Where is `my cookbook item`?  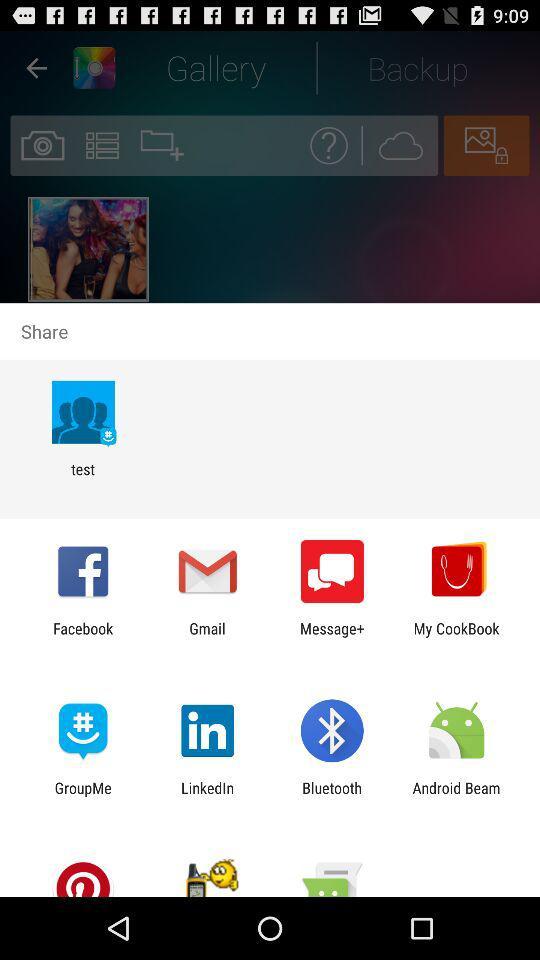
my cookbook item is located at coordinates (456, 636).